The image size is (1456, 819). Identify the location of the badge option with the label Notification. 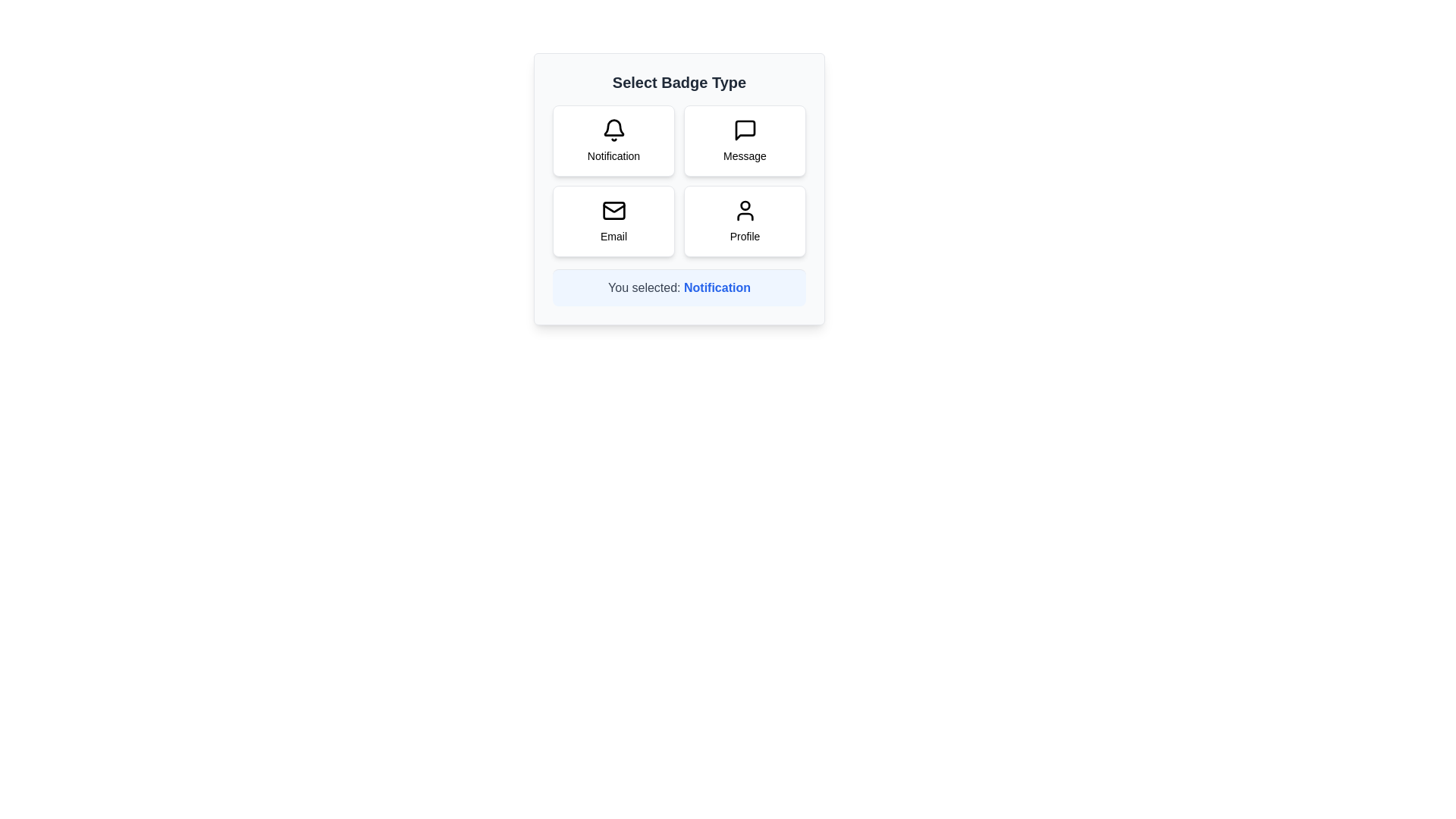
(613, 140).